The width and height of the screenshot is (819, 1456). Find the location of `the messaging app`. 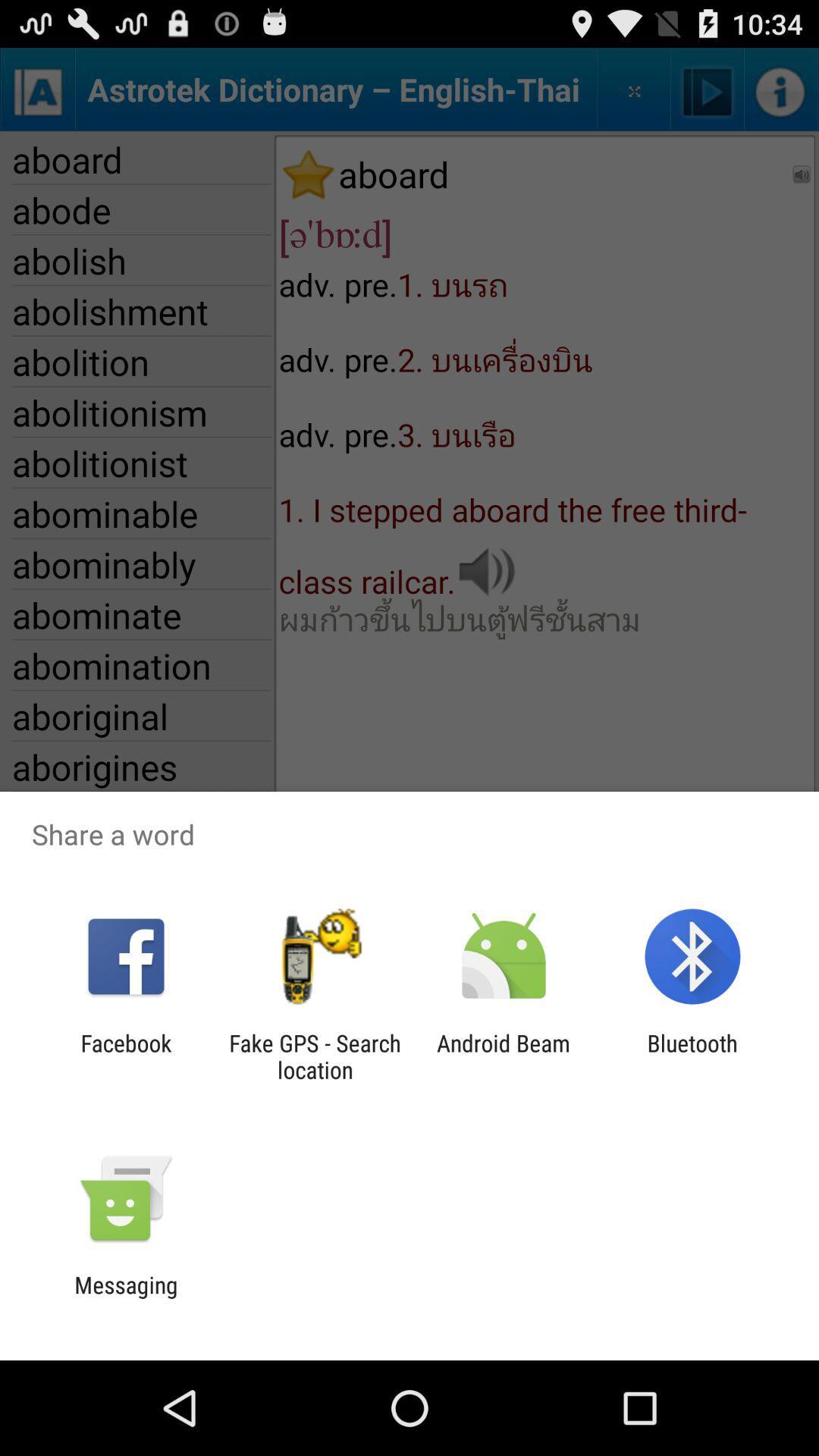

the messaging app is located at coordinates (125, 1298).